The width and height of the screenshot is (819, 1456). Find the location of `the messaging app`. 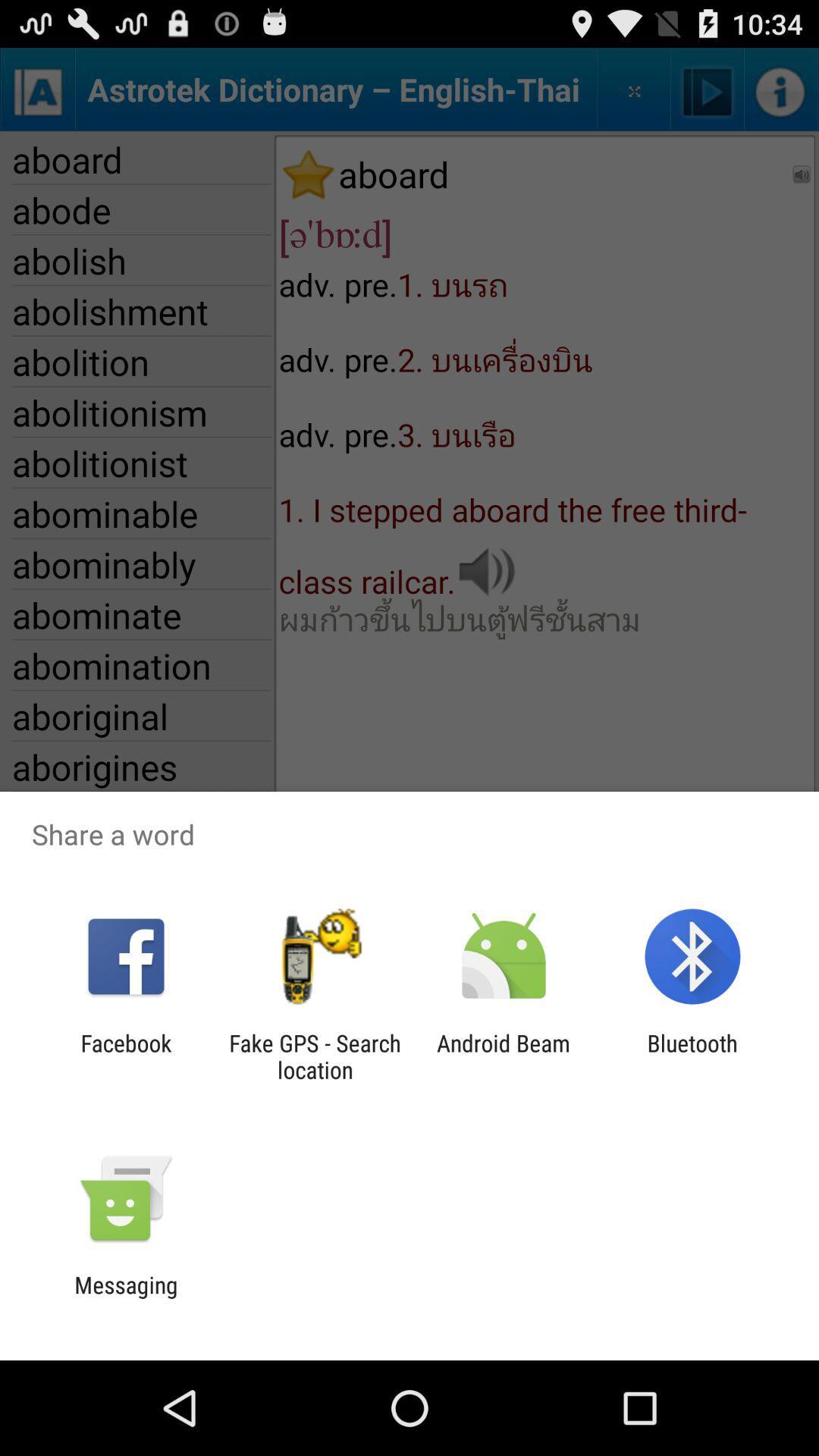

the messaging app is located at coordinates (125, 1298).